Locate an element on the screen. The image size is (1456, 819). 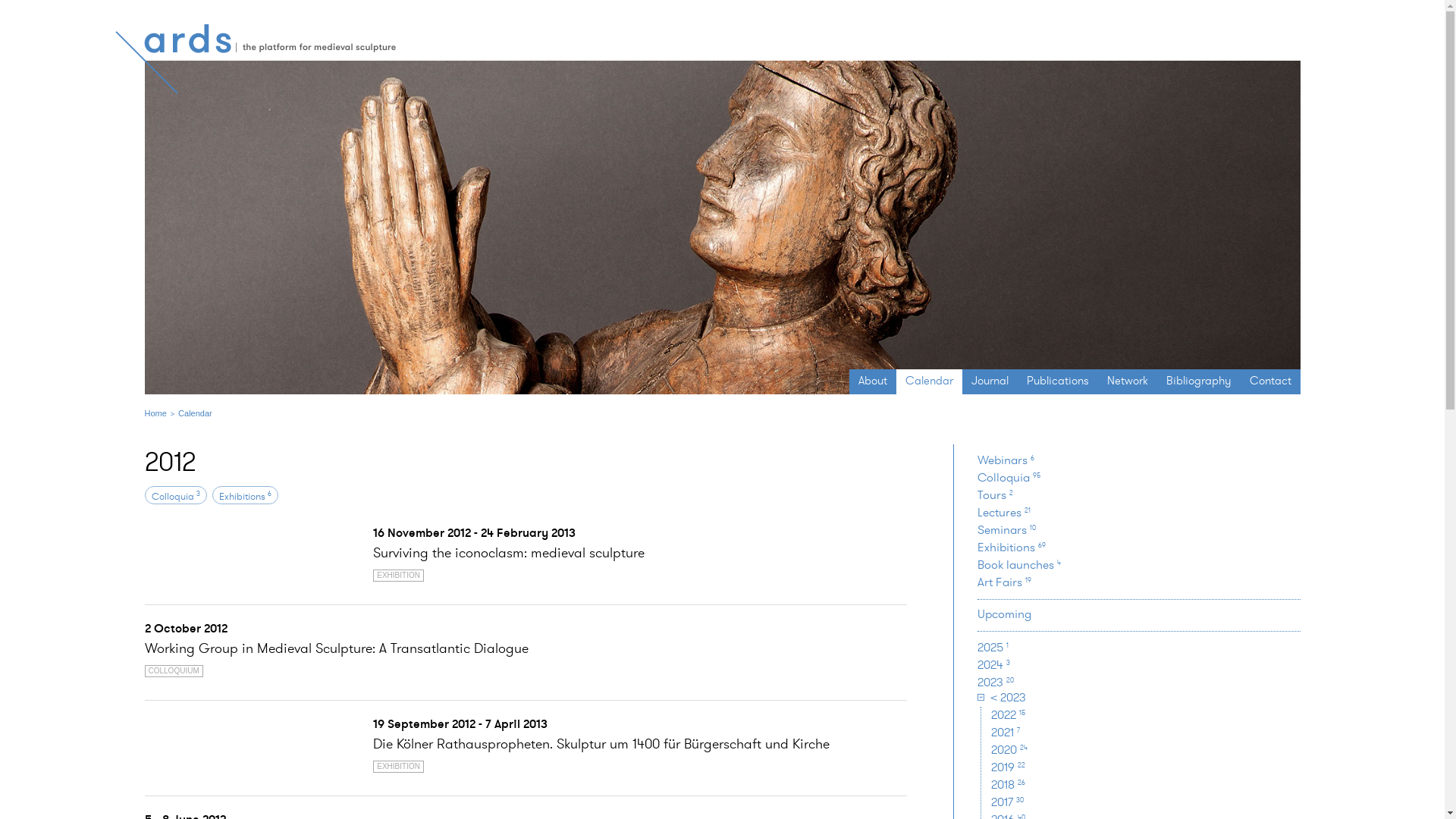
'Bibliography' is located at coordinates (1156, 379).